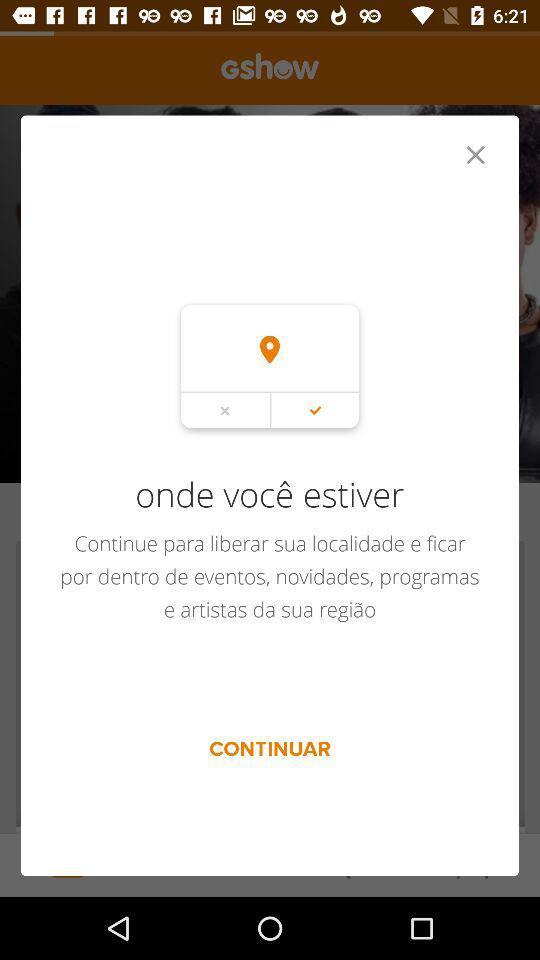 Image resolution: width=540 pixels, height=960 pixels. Describe the element at coordinates (474, 164) in the screenshot. I see `the close icon` at that location.